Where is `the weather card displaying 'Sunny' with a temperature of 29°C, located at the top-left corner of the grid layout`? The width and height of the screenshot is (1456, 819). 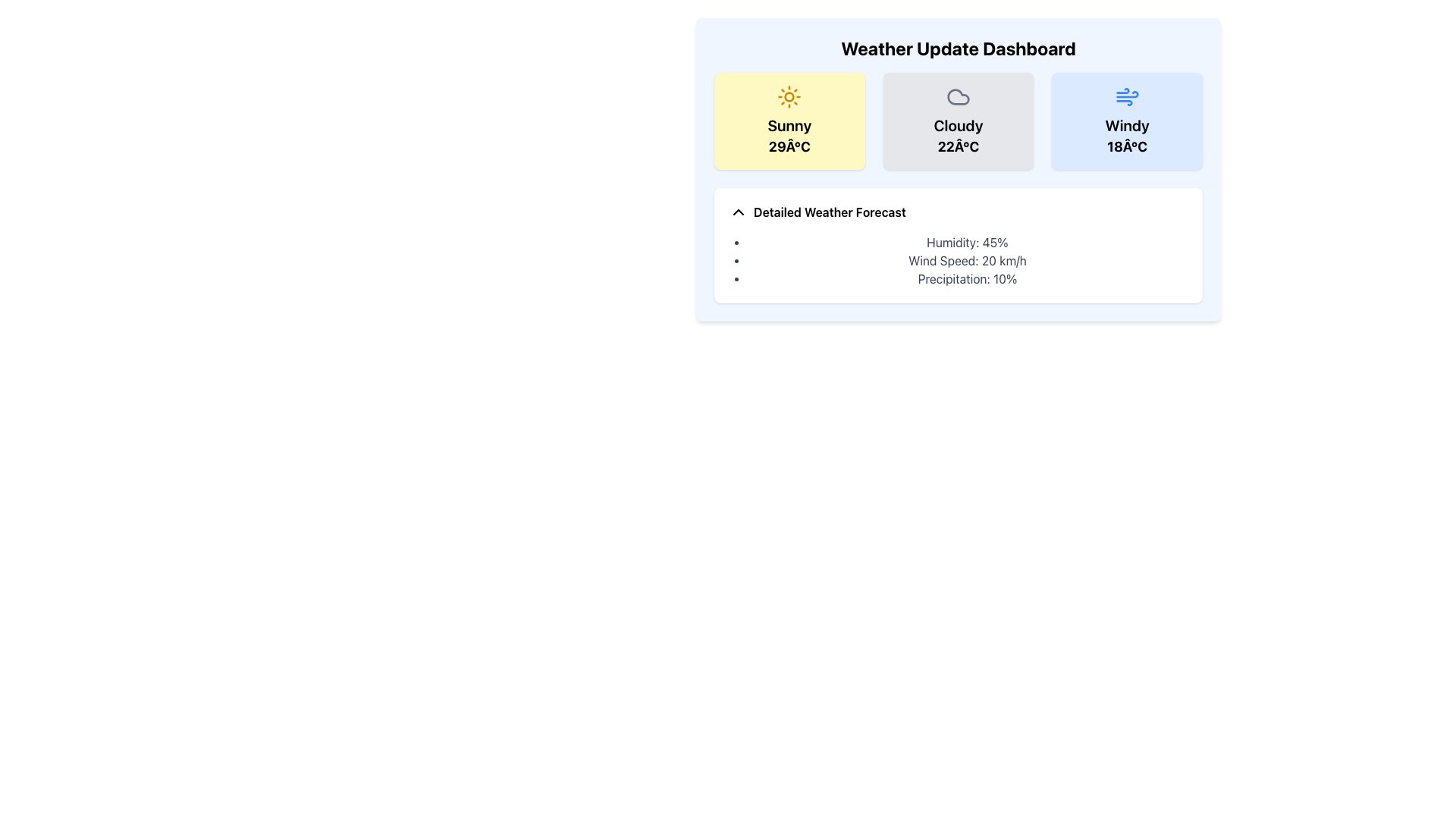
the weather card displaying 'Sunny' with a temperature of 29°C, located at the top-left corner of the grid layout is located at coordinates (789, 120).